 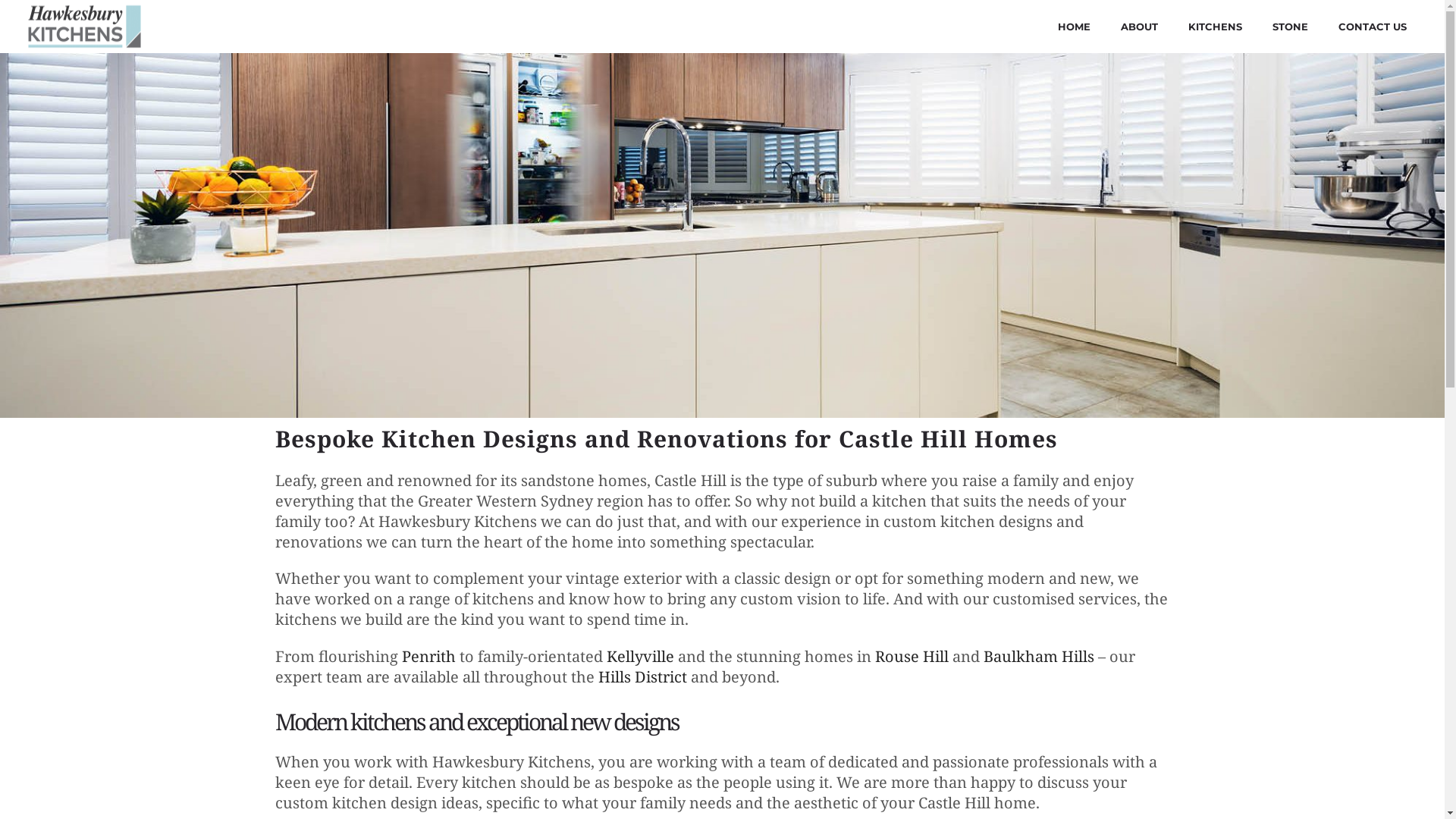 I want to click on 'HOME', so click(x=1073, y=26).